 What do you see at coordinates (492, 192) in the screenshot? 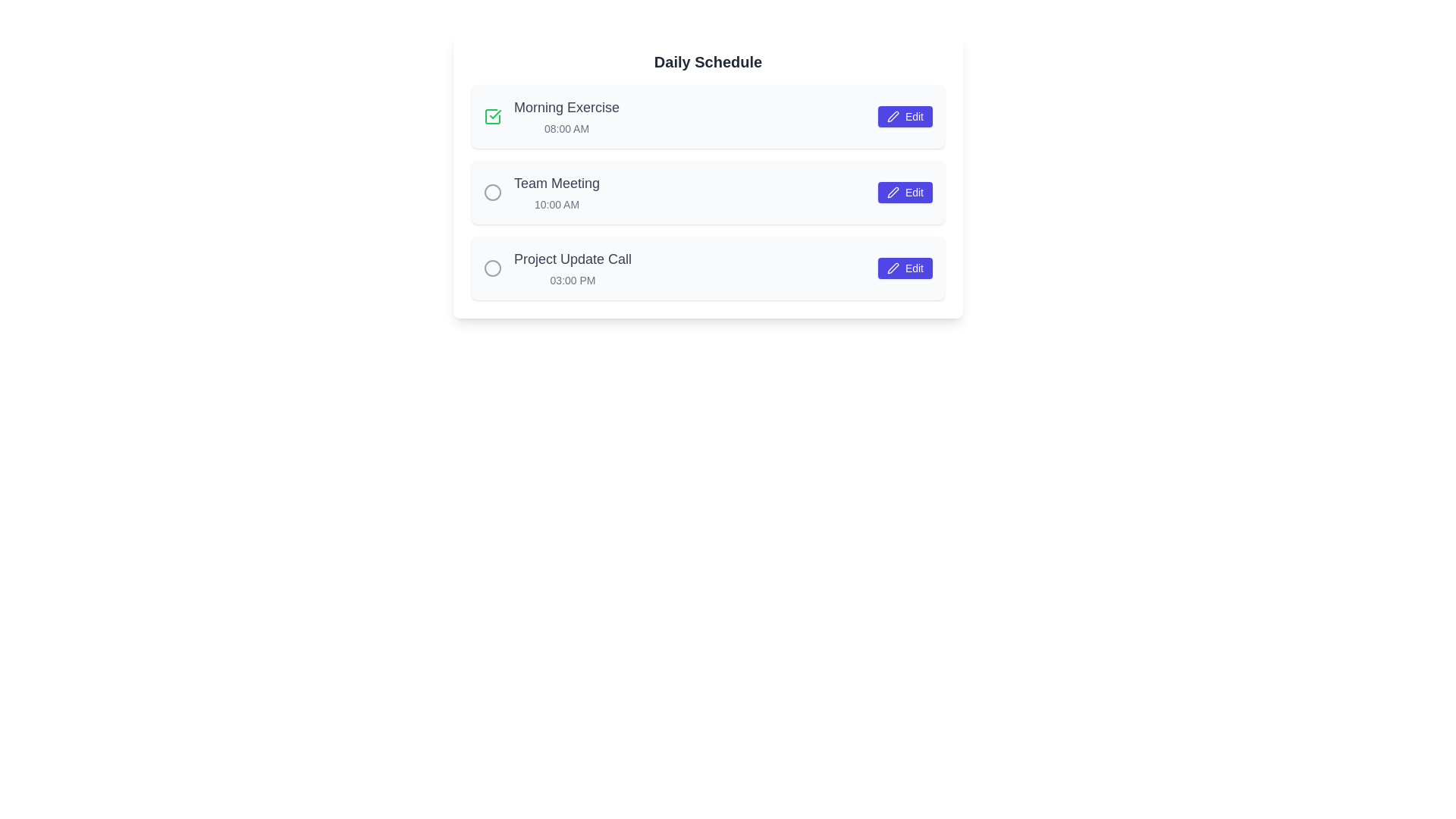
I see `filled circular SVG element located in the third row of the 'Project Update Call' section, which has a gray border and interior within a larger circular frame` at bounding box center [492, 192].